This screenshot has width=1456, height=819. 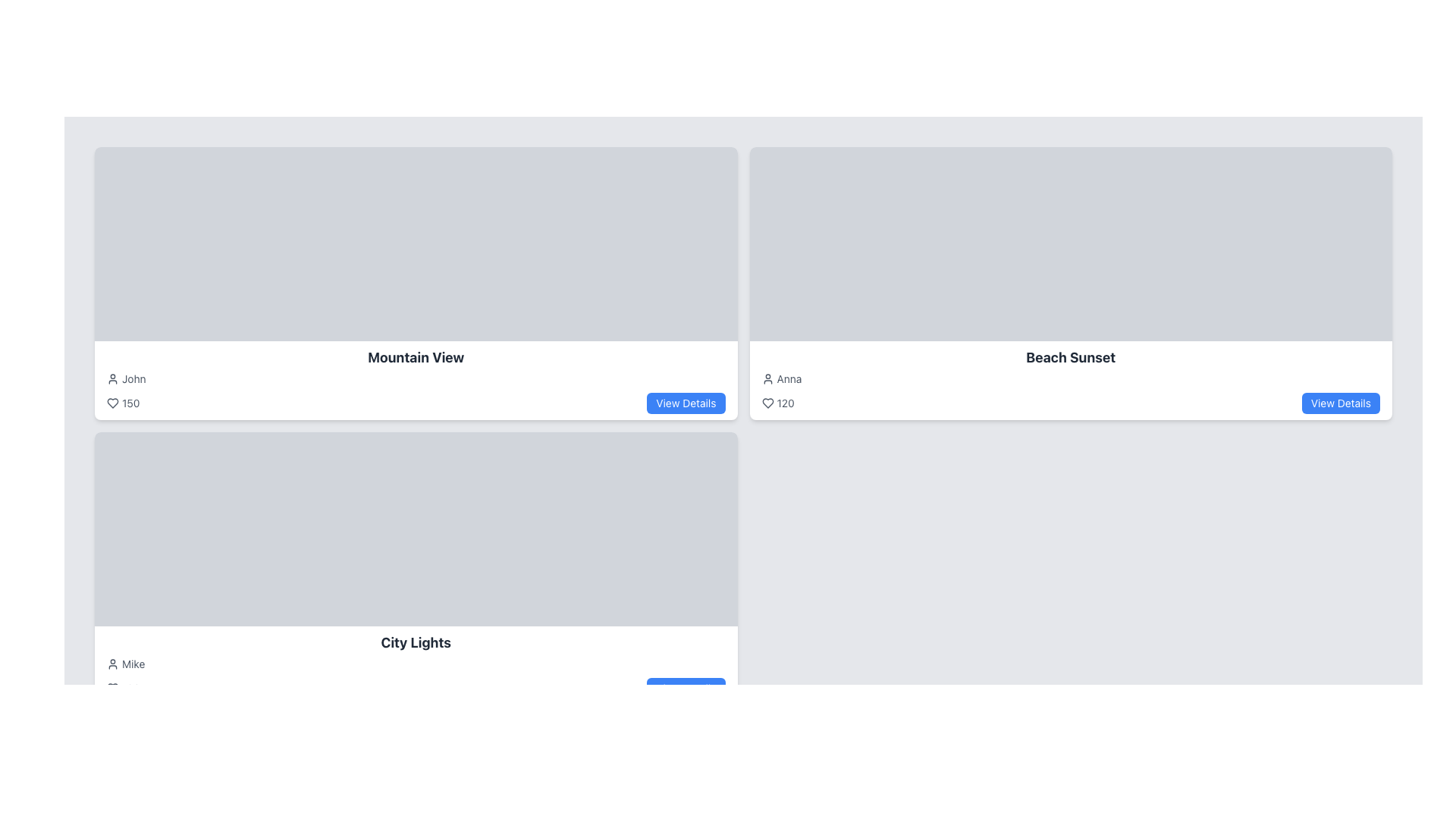 What do you see at coordinates (778, 403) in the screenshot?
I see `numeric count displayed in the text component located below the username 'Anna' and next to the heart icon in the 'Beach Sunset' section` at bounding box center [778, 403].